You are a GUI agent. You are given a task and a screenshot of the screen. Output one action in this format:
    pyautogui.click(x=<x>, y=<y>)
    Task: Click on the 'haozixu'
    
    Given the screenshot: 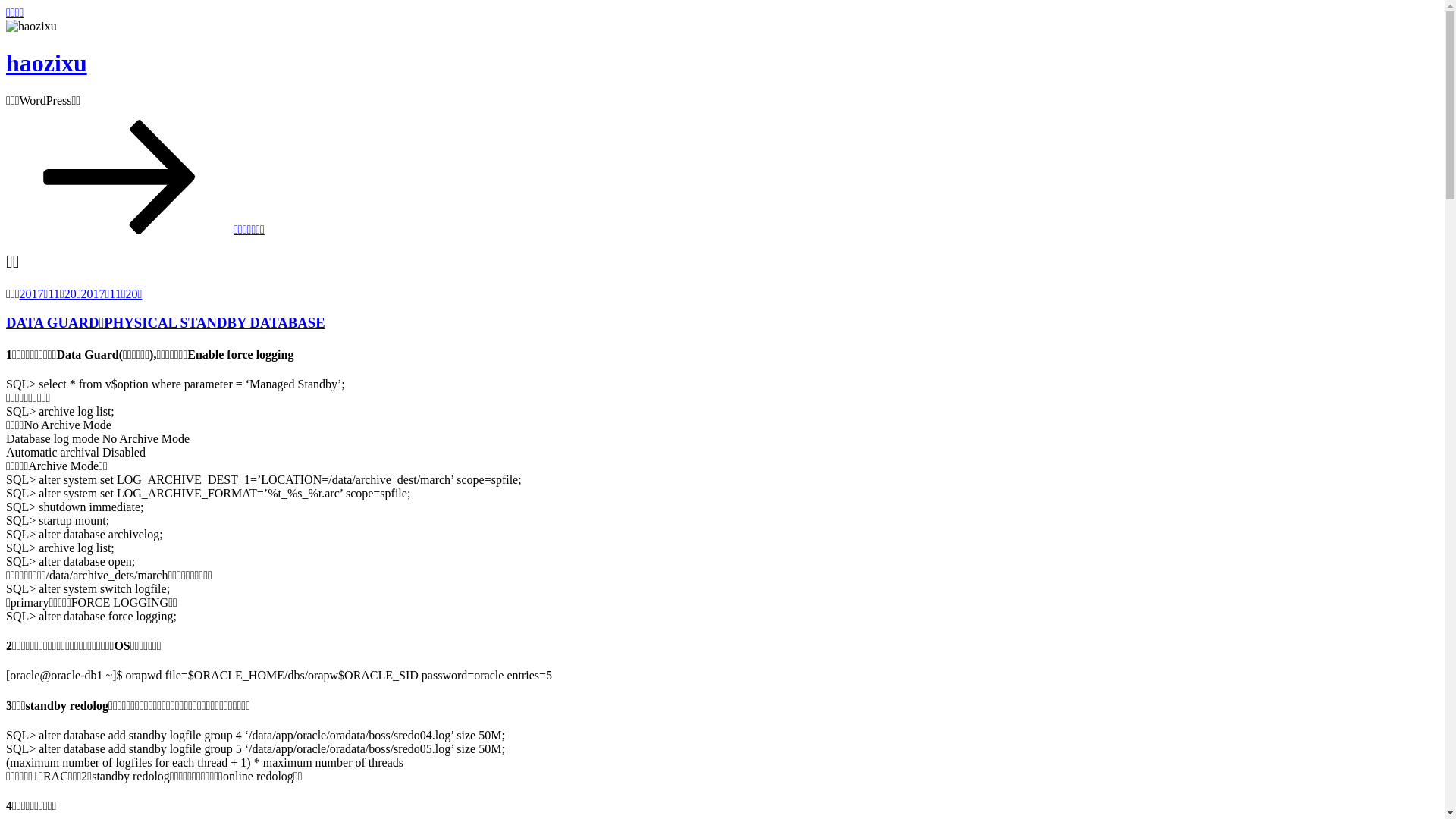 What is the action you would take?
    pyautogui.click(x=46, y=62)
    